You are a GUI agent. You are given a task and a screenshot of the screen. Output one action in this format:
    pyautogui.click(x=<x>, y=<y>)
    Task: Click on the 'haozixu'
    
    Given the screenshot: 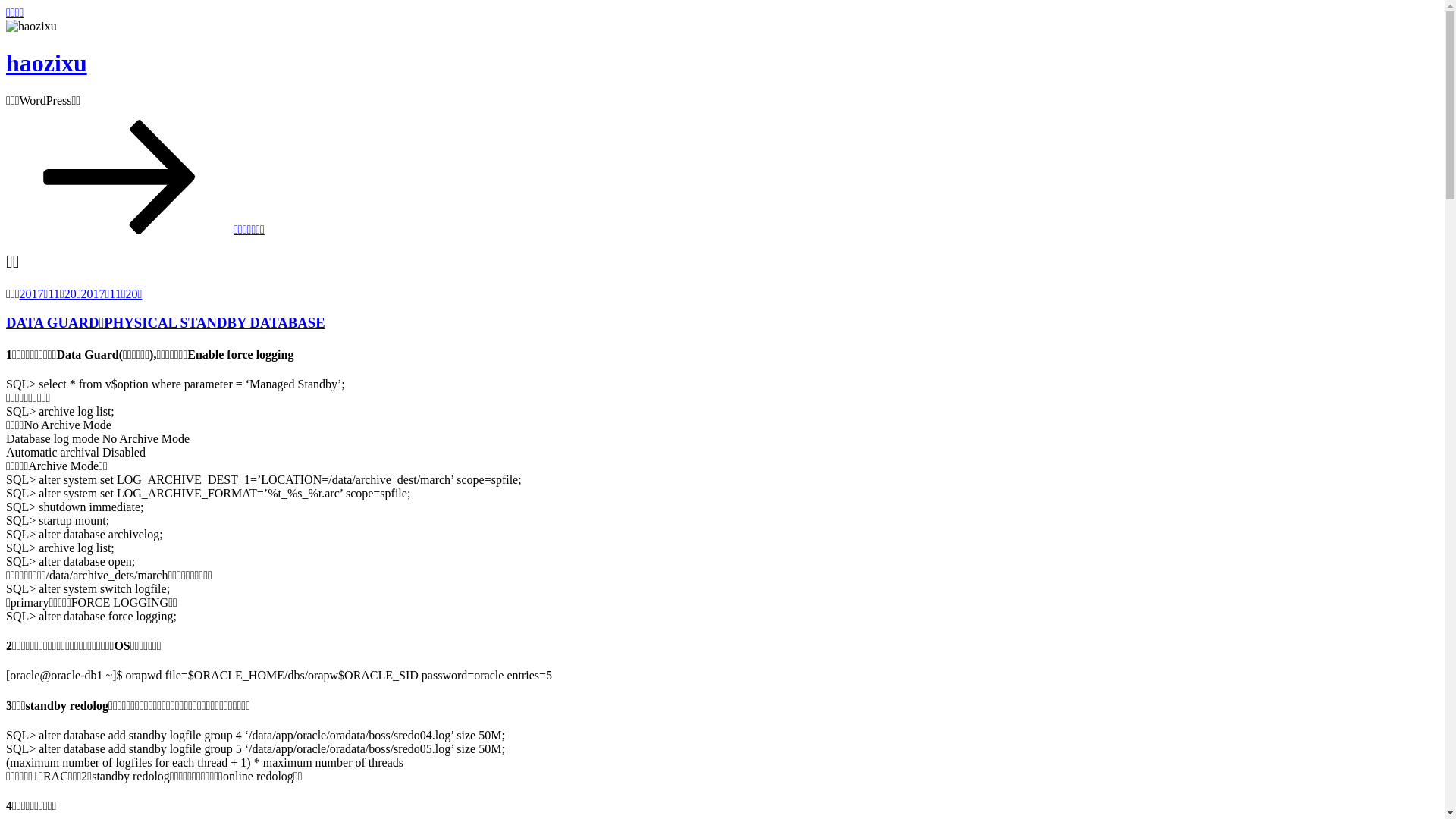 What is the action you would take?
    pyautogui.click(x=46, y=62)
    